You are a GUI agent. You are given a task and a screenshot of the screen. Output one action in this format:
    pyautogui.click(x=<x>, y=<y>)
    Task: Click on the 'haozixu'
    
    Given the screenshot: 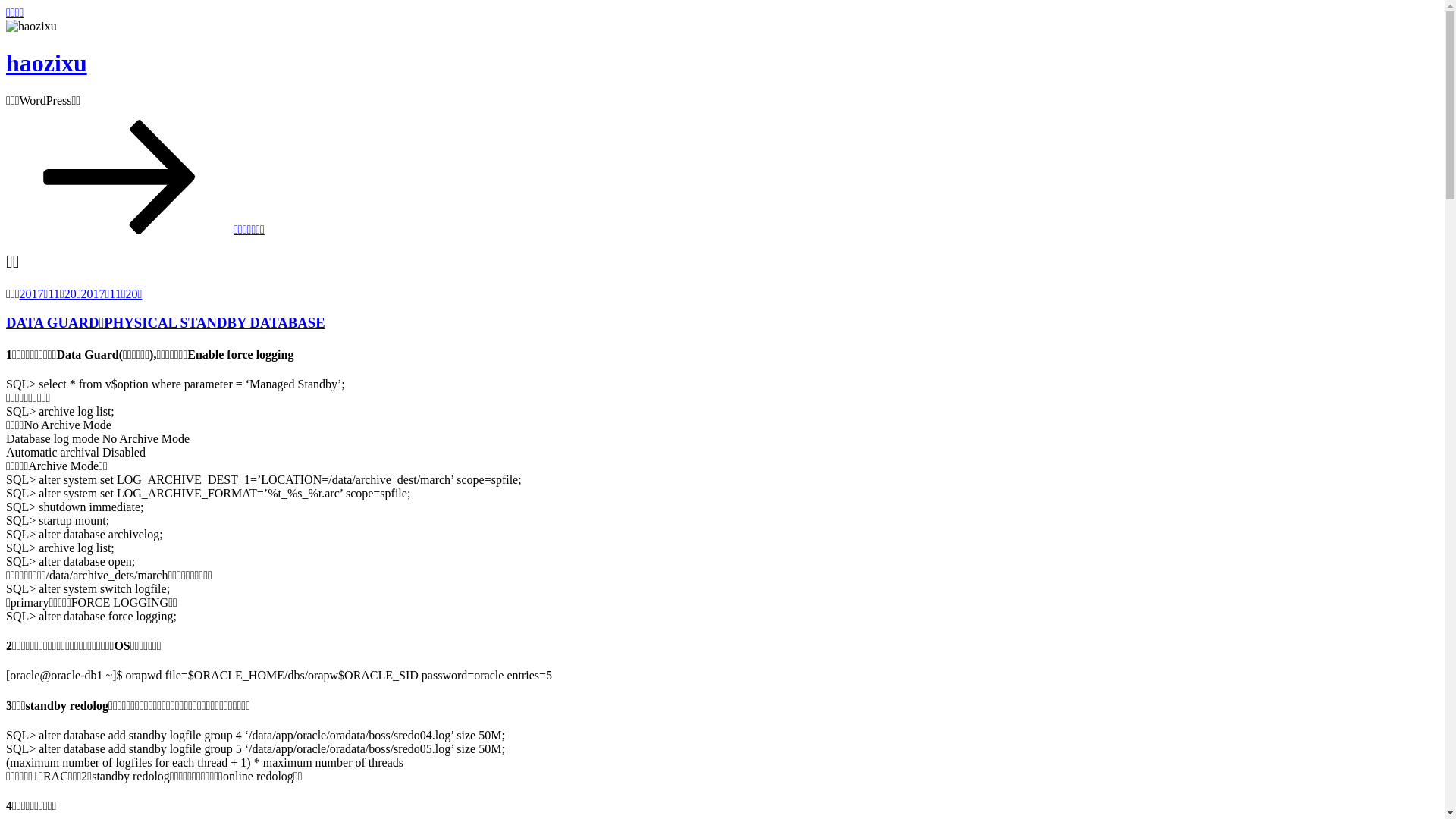 What is the action you would take?
    pyautogui.click(x=46, y=62)
    